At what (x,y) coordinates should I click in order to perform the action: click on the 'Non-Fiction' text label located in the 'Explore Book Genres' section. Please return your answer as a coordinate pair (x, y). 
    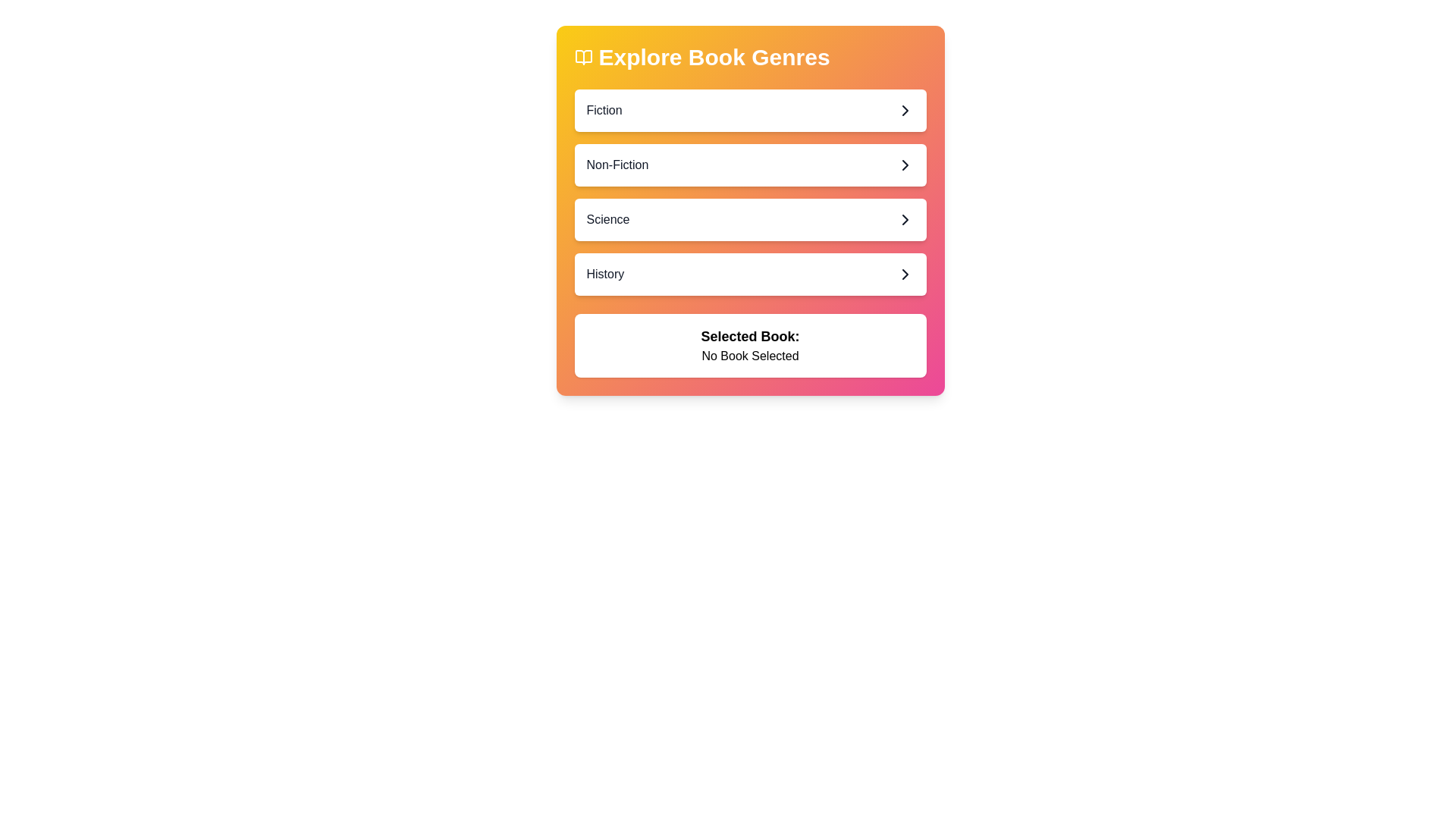
    Looking at the image, I should click on (617, 165).